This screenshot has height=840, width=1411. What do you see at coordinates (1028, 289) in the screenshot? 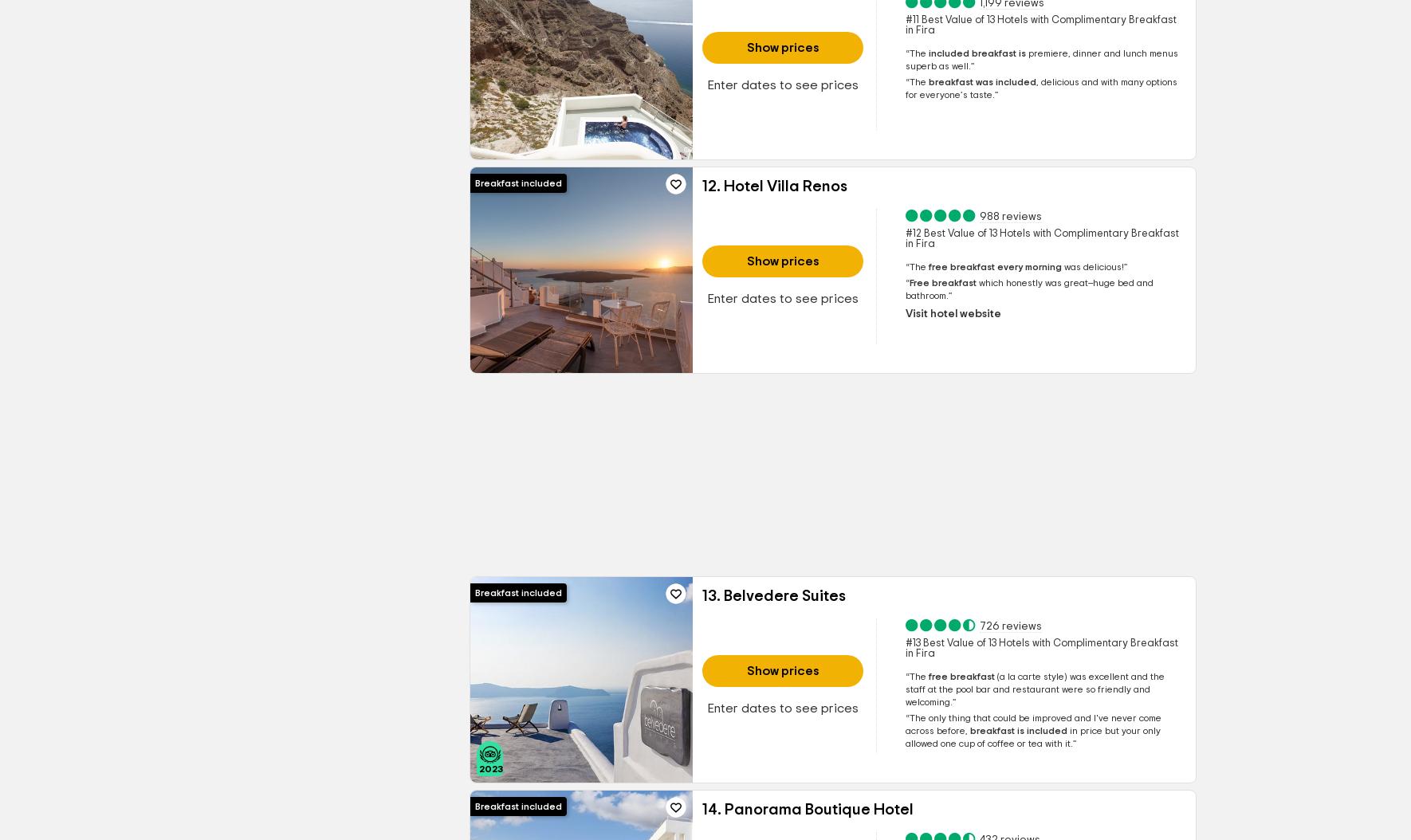
I see `'and bathroom.'` at bounding box center [1028, 289].